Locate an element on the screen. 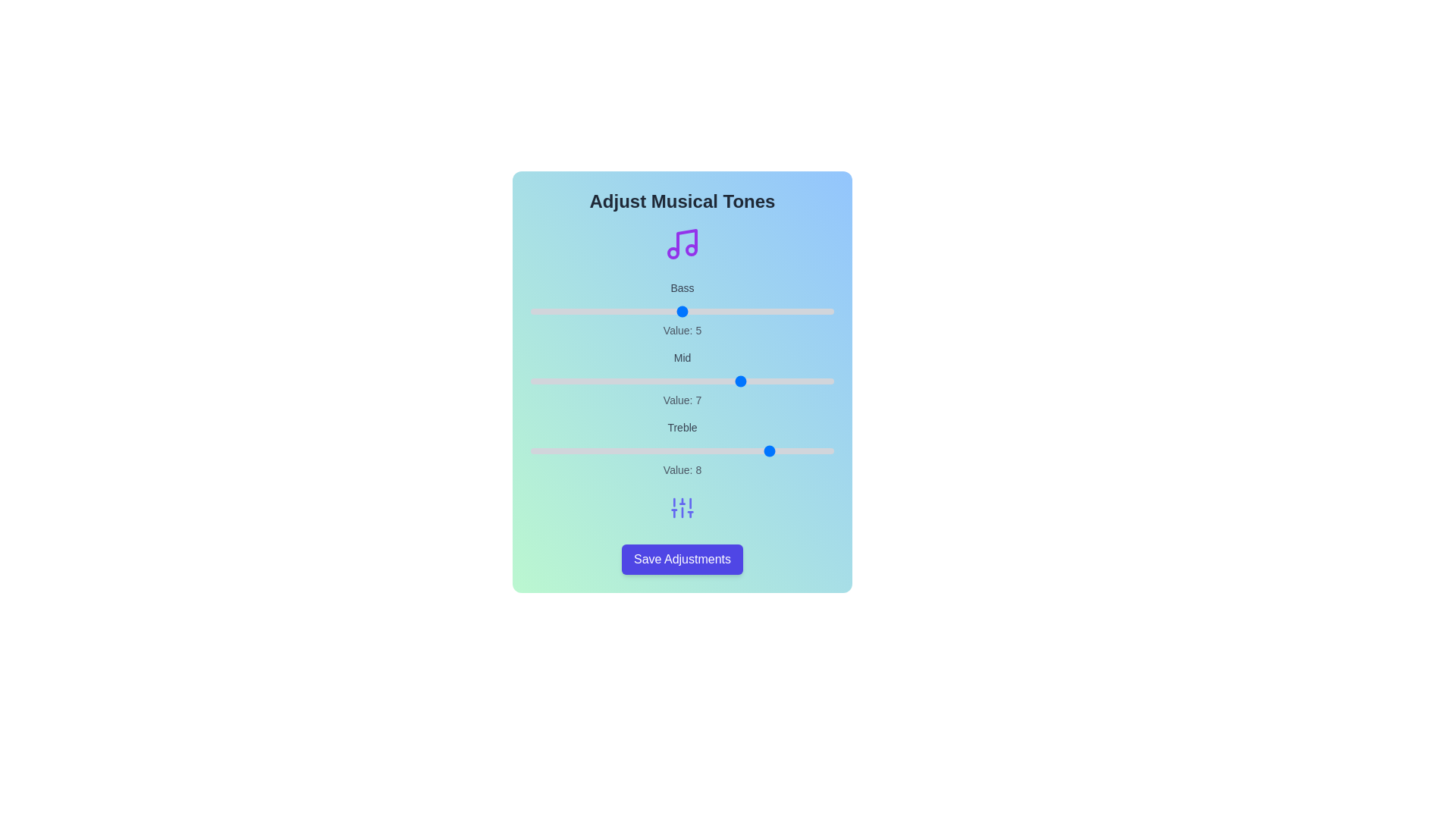 Image resolution: width=1456 pixels, height=819 pixels. the musical note icon is located at coordinates (682, 243).